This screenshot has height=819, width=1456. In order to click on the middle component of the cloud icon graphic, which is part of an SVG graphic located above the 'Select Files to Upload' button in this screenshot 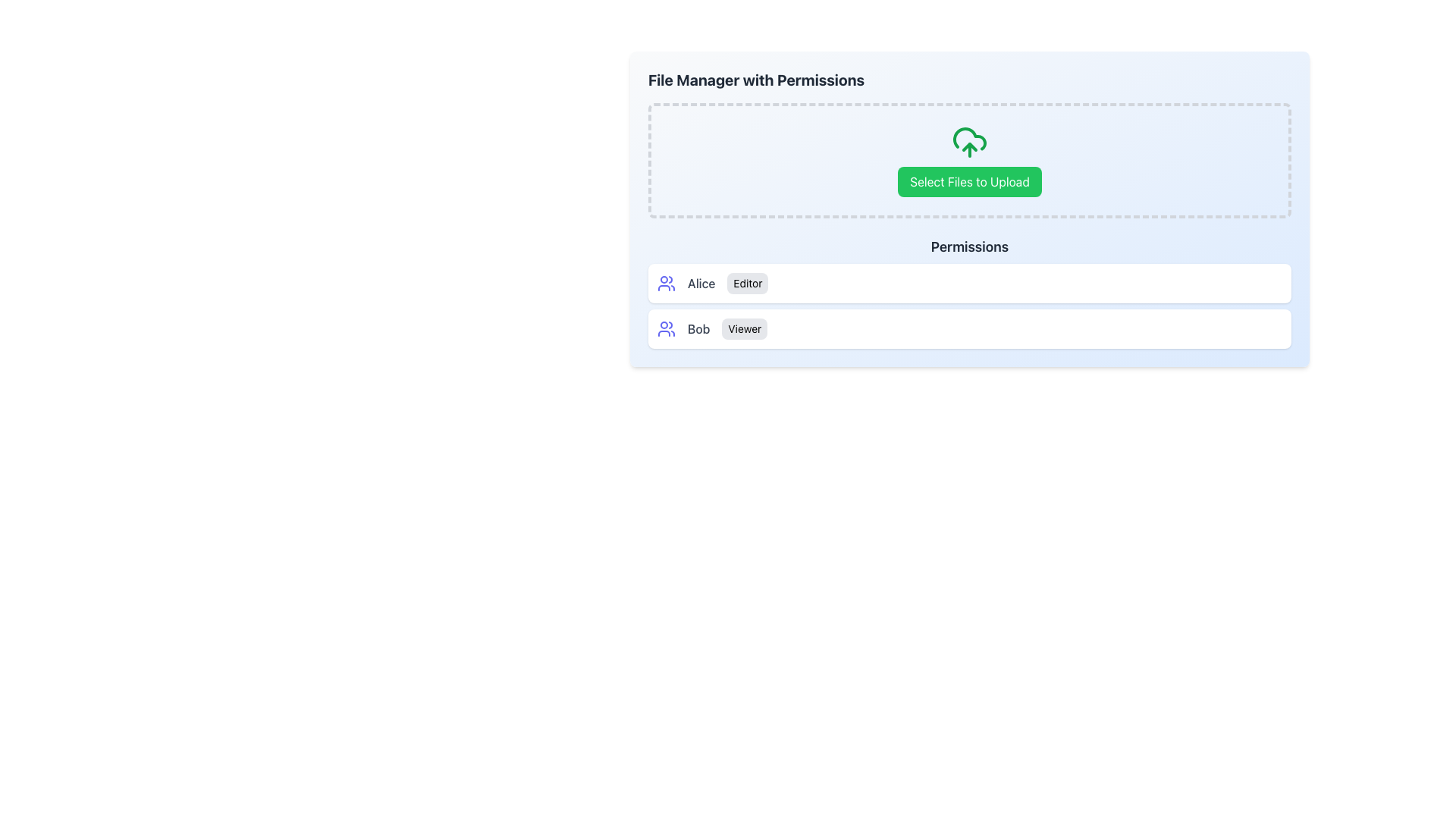, I will do `click(968, 139)`.